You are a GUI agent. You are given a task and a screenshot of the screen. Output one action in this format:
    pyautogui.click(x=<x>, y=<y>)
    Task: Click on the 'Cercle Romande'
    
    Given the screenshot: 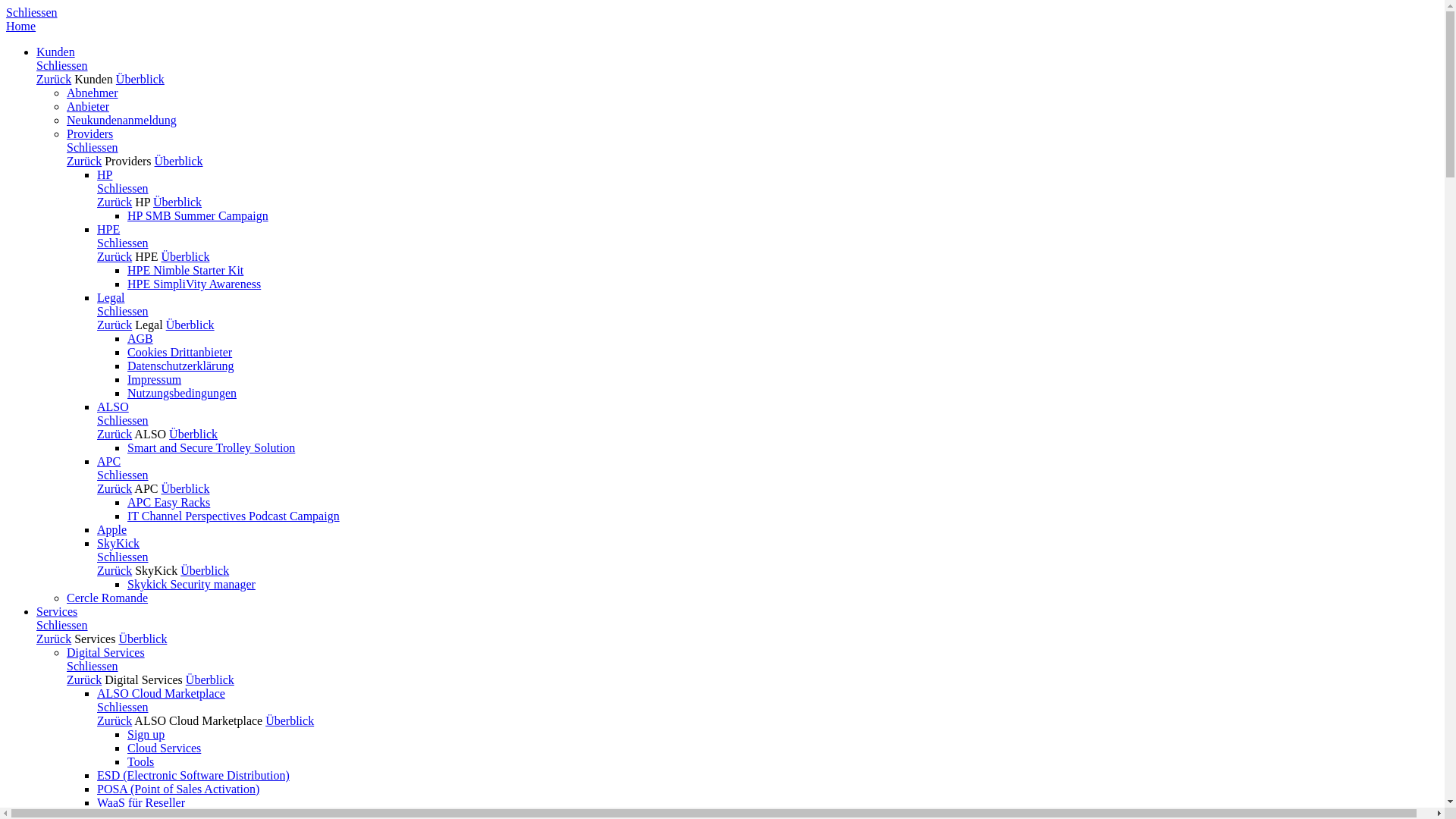 What is the action you would take?
    pyautogui.click(x=106, y=597)
    